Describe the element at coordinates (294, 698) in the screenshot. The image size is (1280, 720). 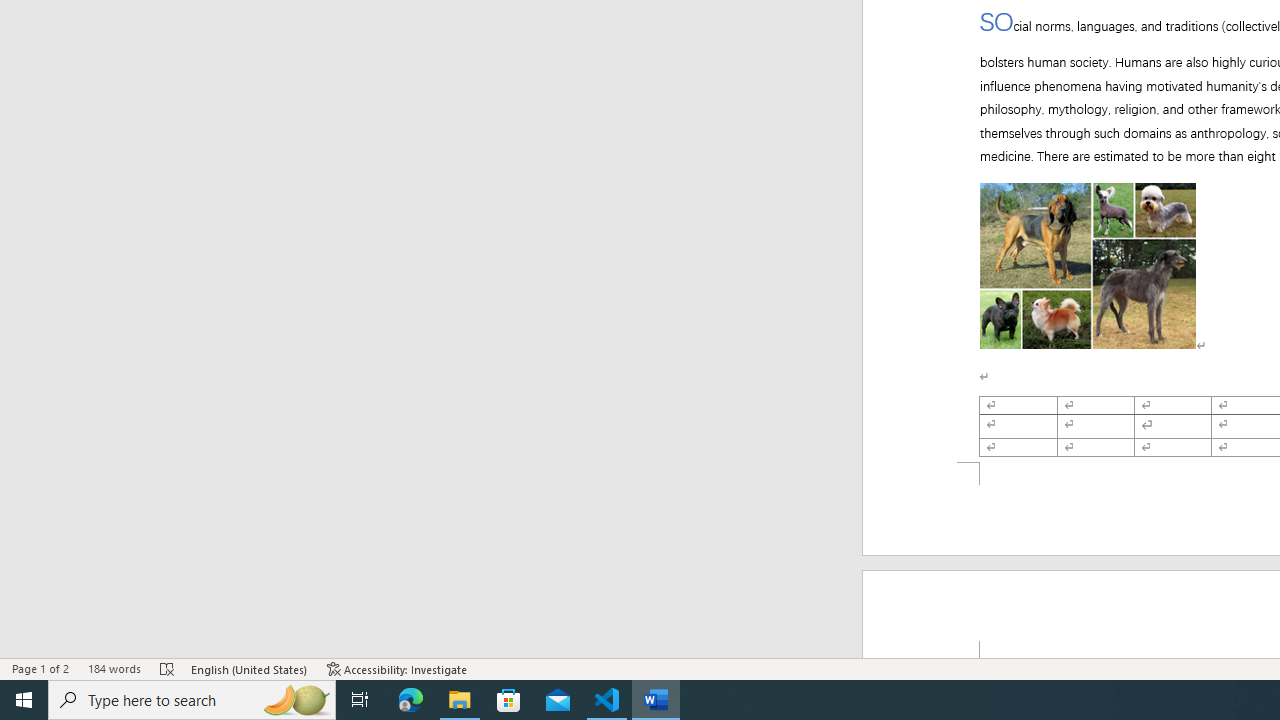
I see `'Search highlights icon opens search home window'` at that location.